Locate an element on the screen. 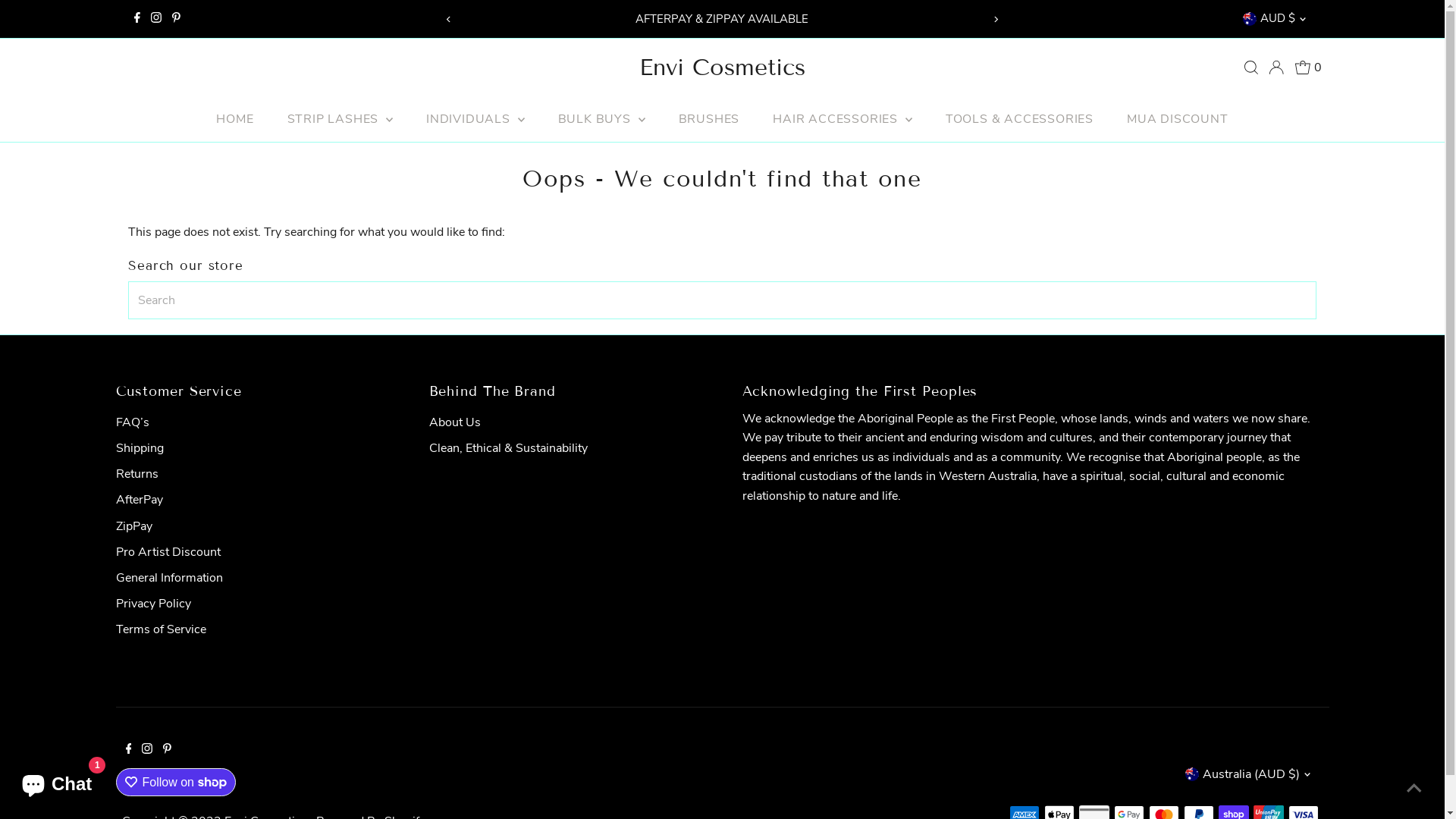  'AfterPay' is located at coordinates (138, 500).